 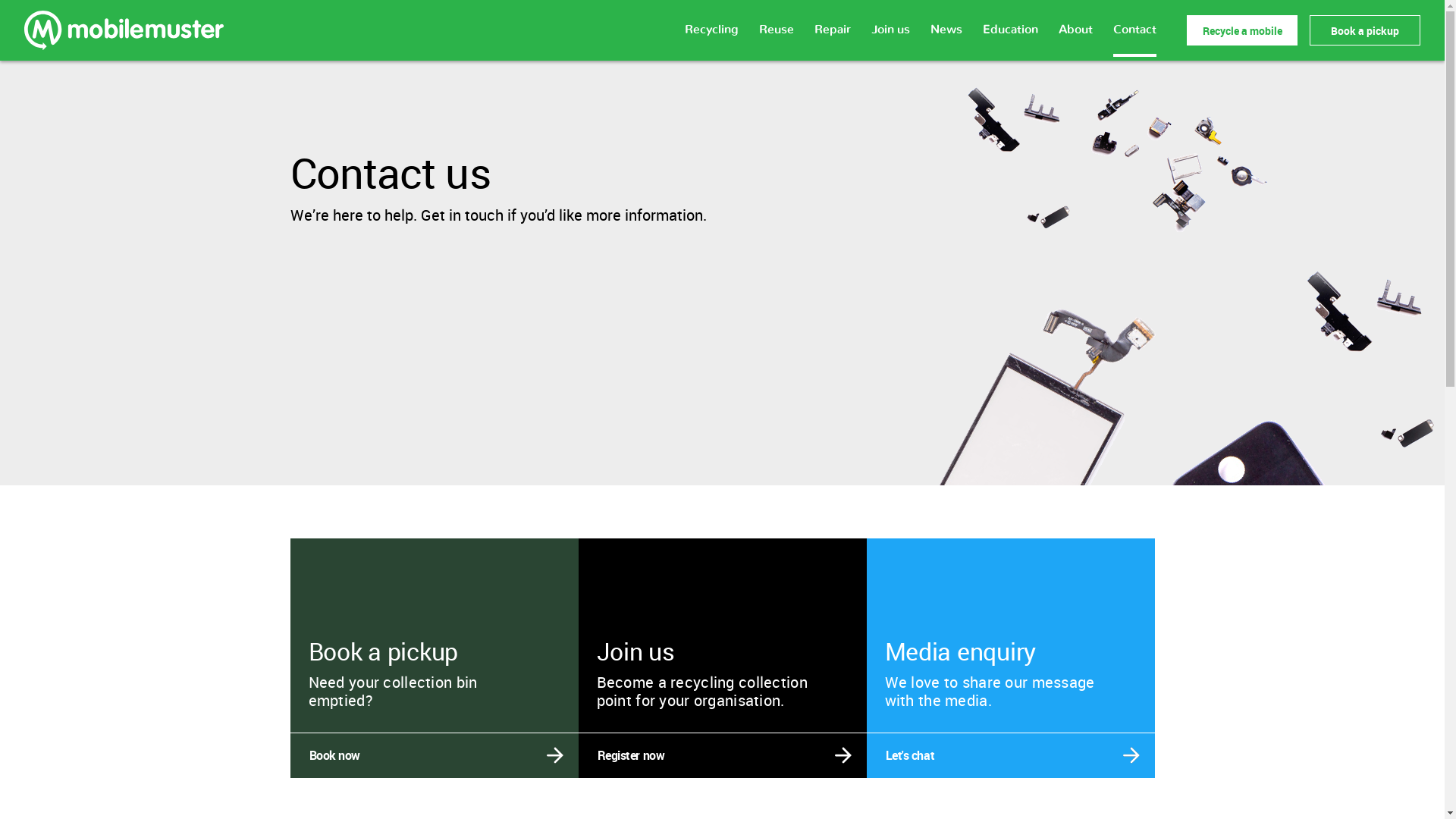 I want to click on 'Reuse', so click(x=759, y=37).